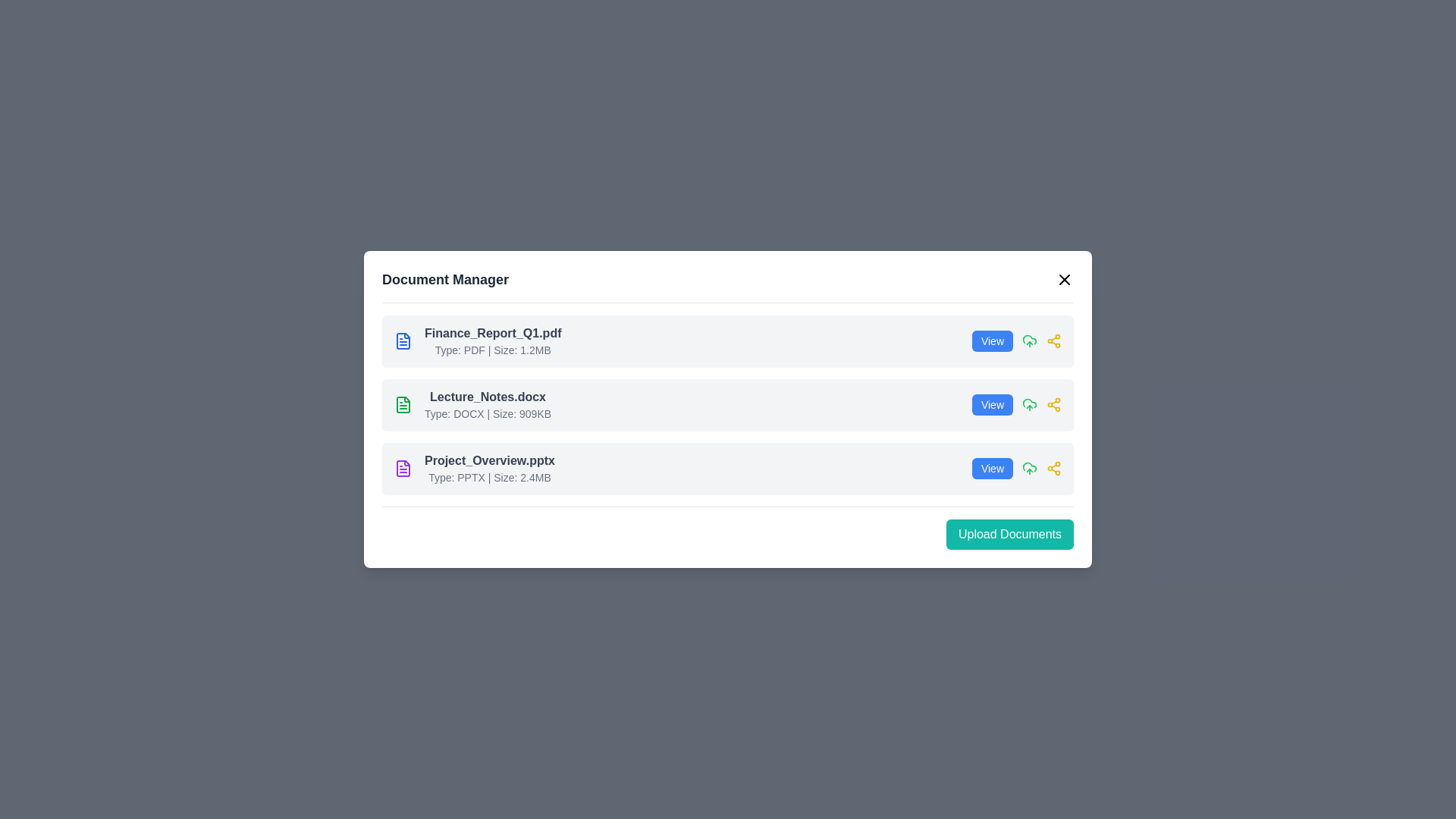  Describe the element at coordinates (489, 467) in the screenshot. I see `the text label representing the third document entry in the 'Document Manager' interface` at that location.